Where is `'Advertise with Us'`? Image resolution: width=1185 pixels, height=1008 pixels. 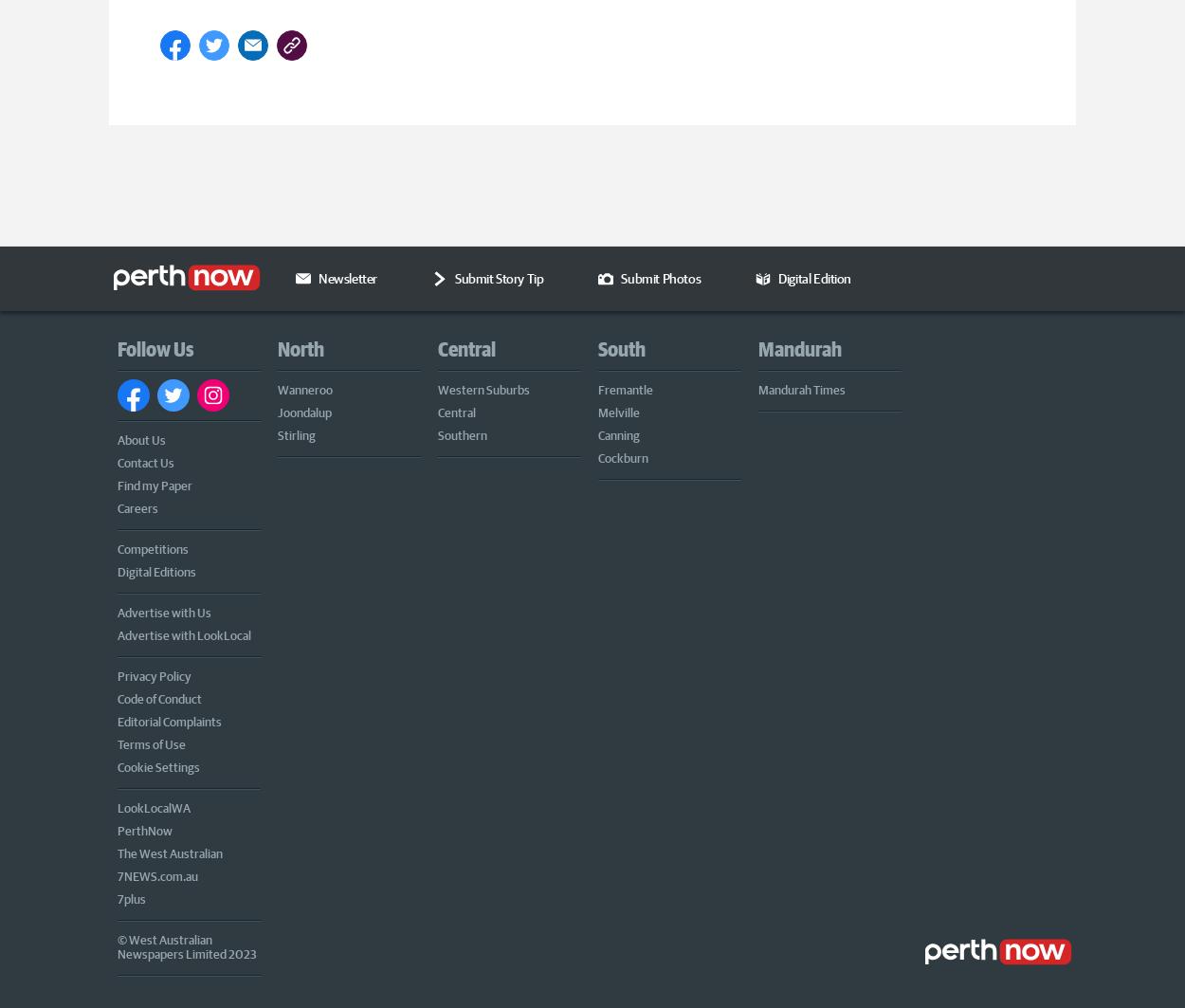
'Advertise with Us' is located at coordinates (117, 610).